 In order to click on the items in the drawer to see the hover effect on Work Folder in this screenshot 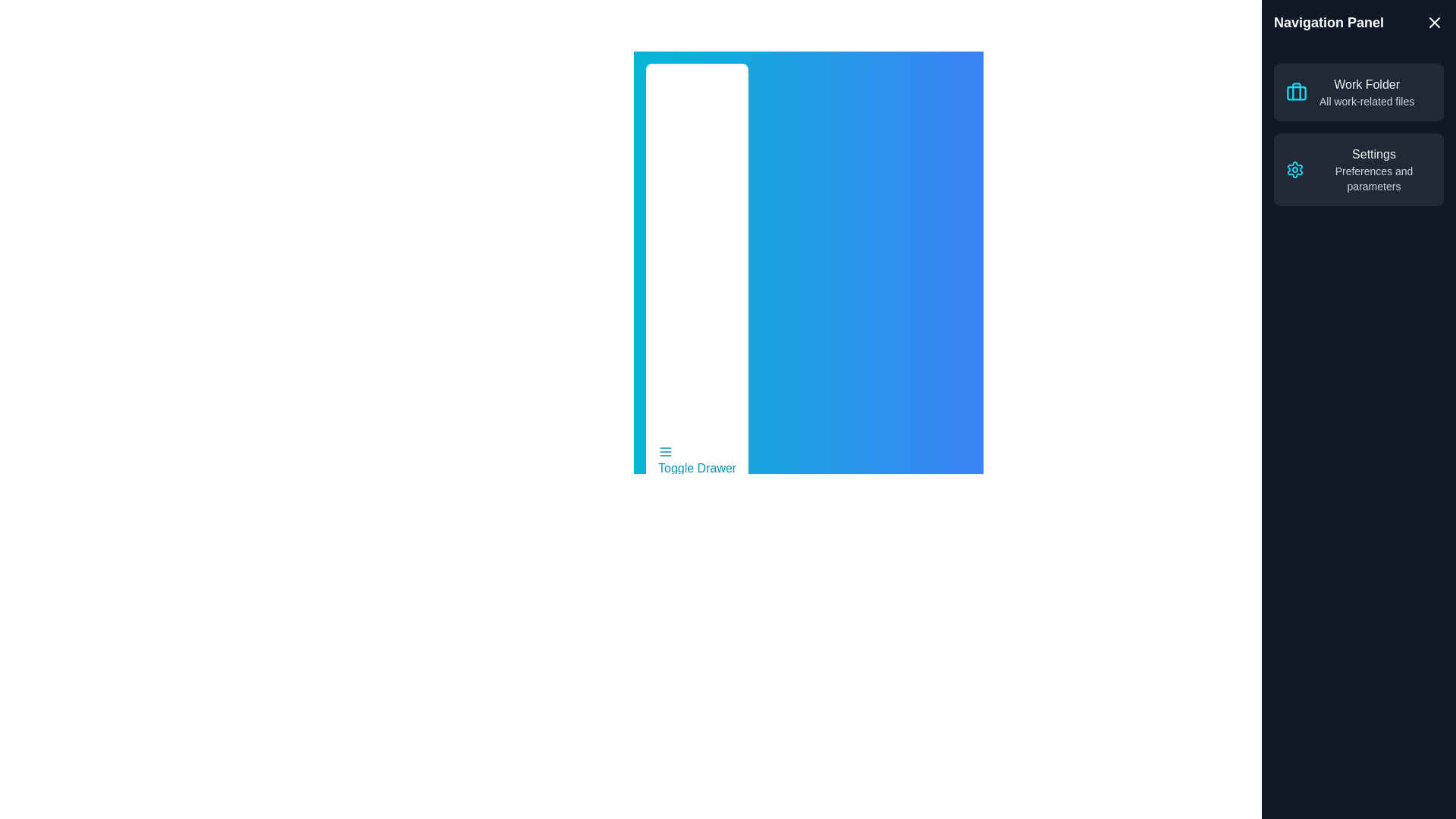, I will do `click(1367, 93)`.